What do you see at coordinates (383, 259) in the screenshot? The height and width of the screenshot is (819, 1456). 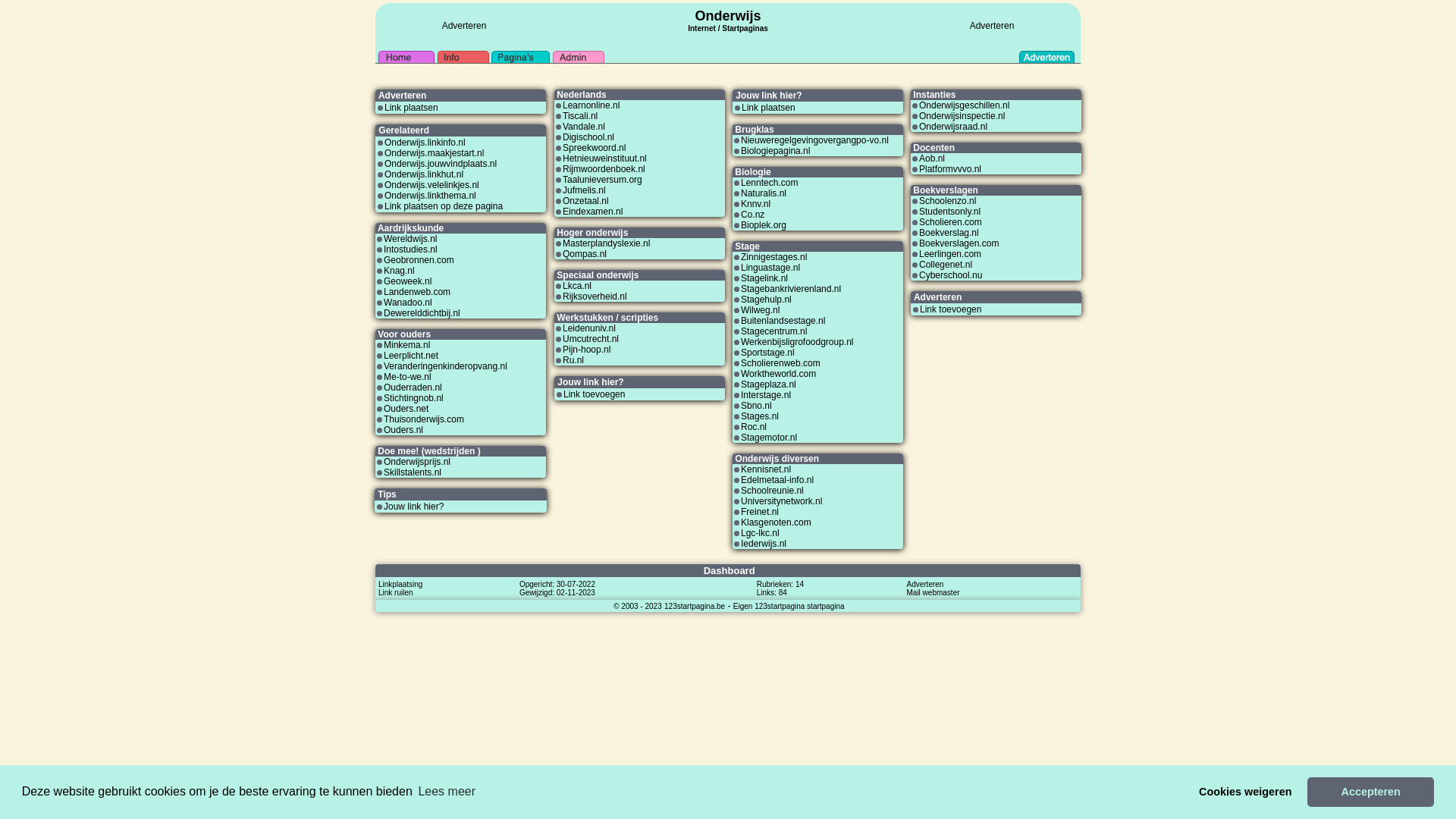 I see `'Geobronnen.com'` at bounding box center [383, 259].